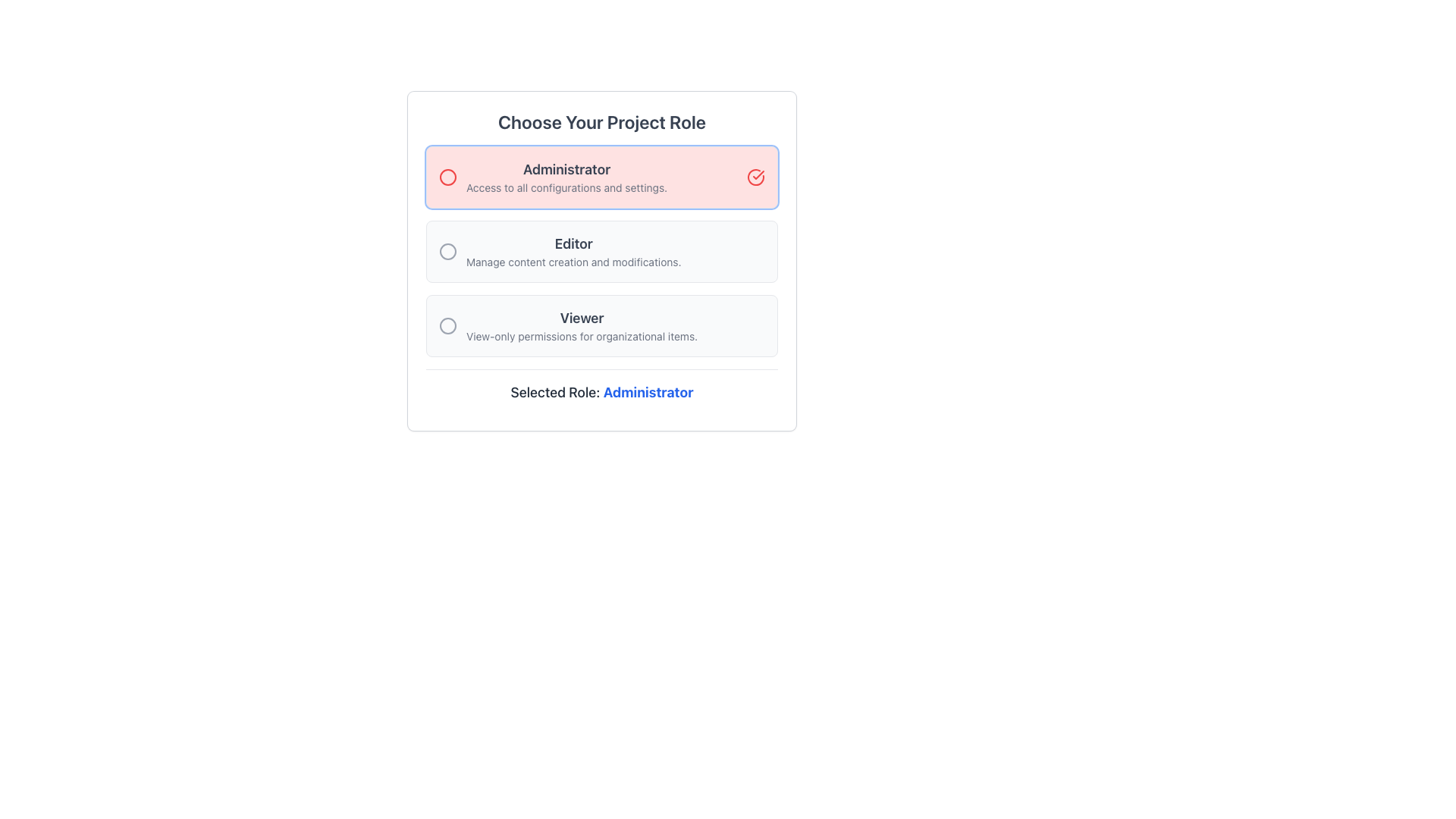  I want to click on the text label that provides a description of the 'Viewer' role functionality, located beneath the 'Viewer' title in the role selection interface, so click(581, 335).